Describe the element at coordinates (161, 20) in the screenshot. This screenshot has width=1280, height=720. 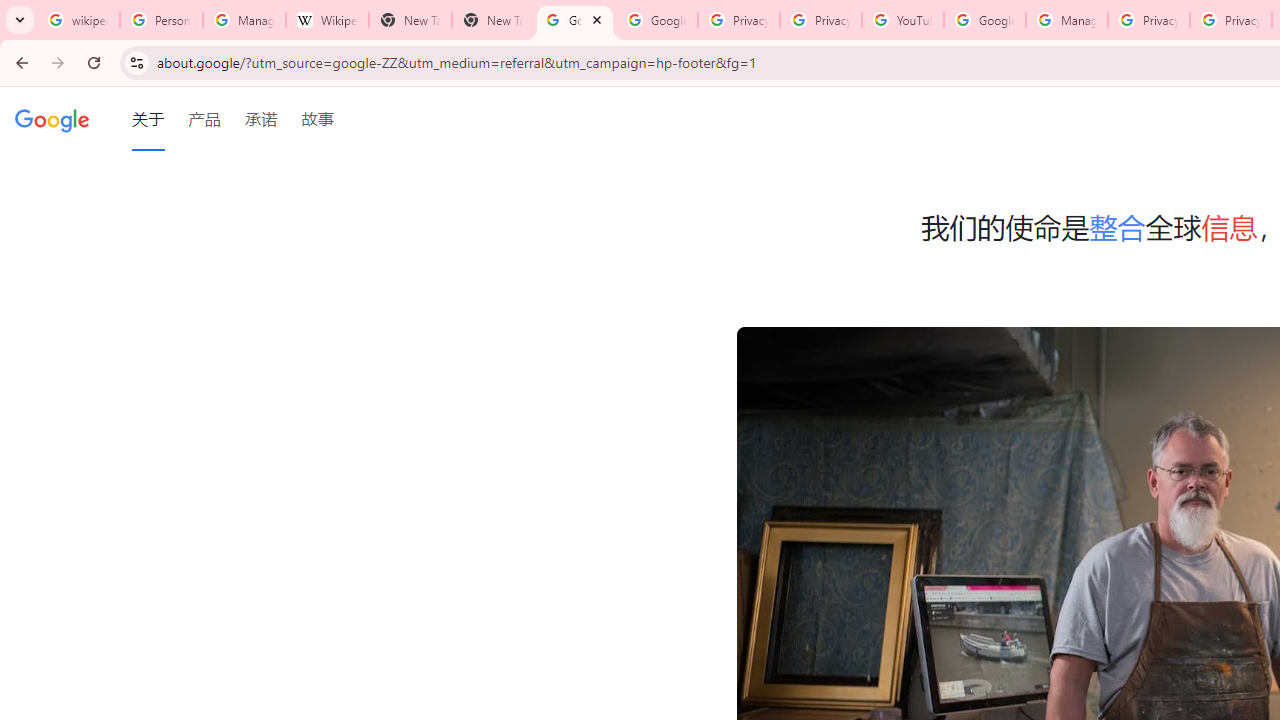
I see `'Personalization & Google Search results - Google Search Help'` at that location.